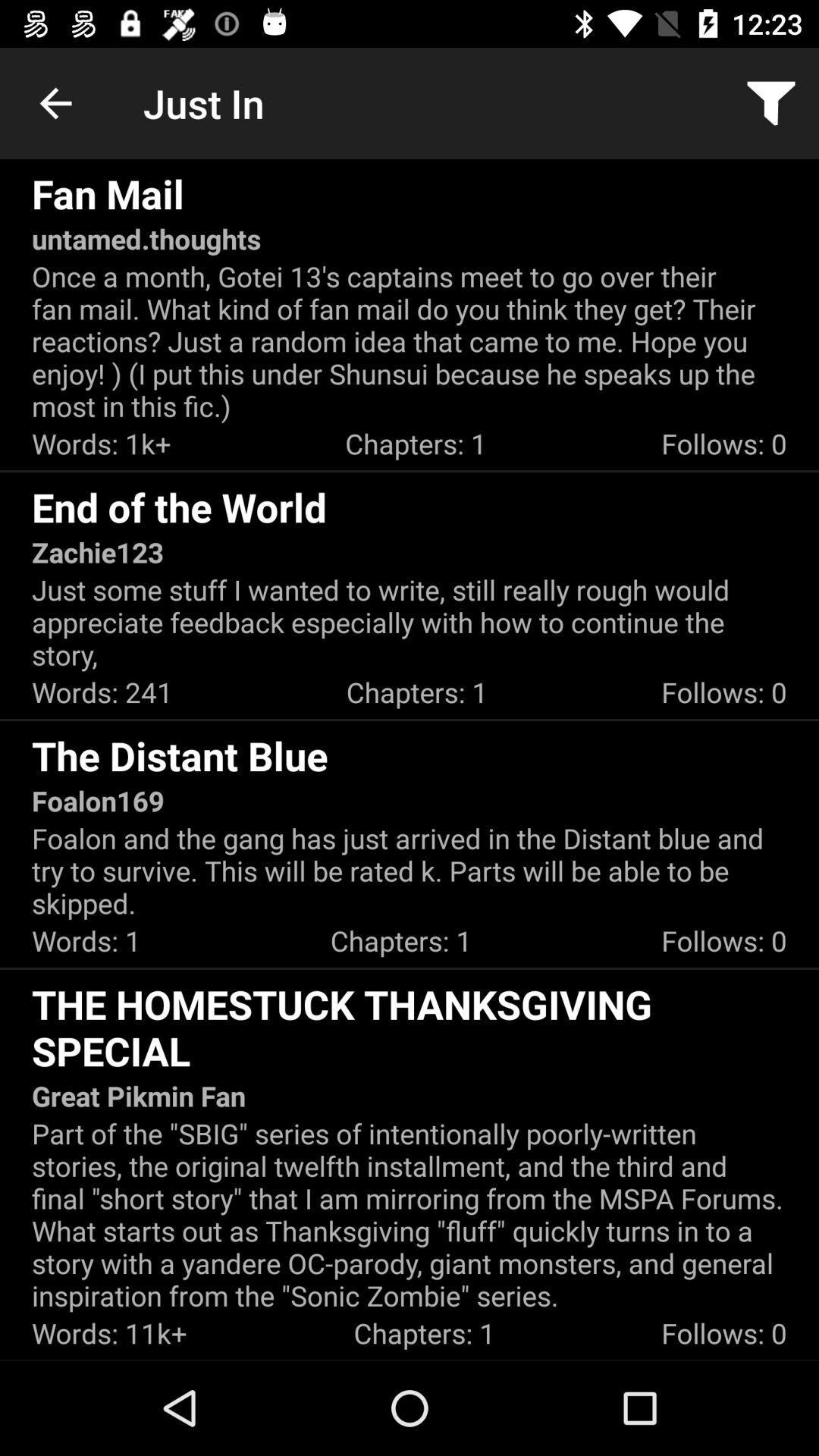  Describe the element at coordinates (409, 1027) in the screenshot. I see `the homestuck thanksgiving` at that location.